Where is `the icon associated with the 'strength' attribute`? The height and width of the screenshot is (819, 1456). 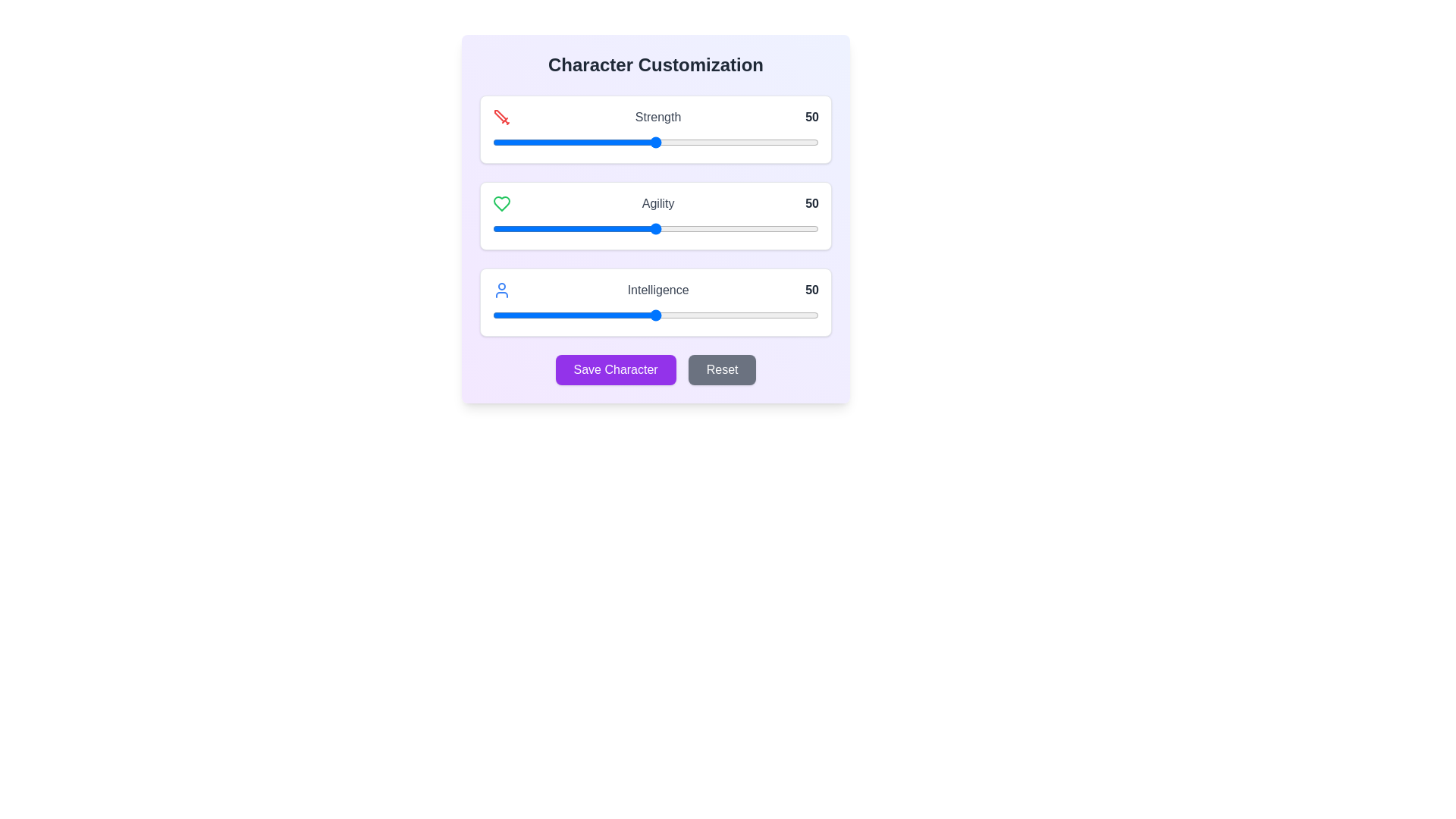 the icon associated with the 'strength' attribute is located at coordinates (502, 116).